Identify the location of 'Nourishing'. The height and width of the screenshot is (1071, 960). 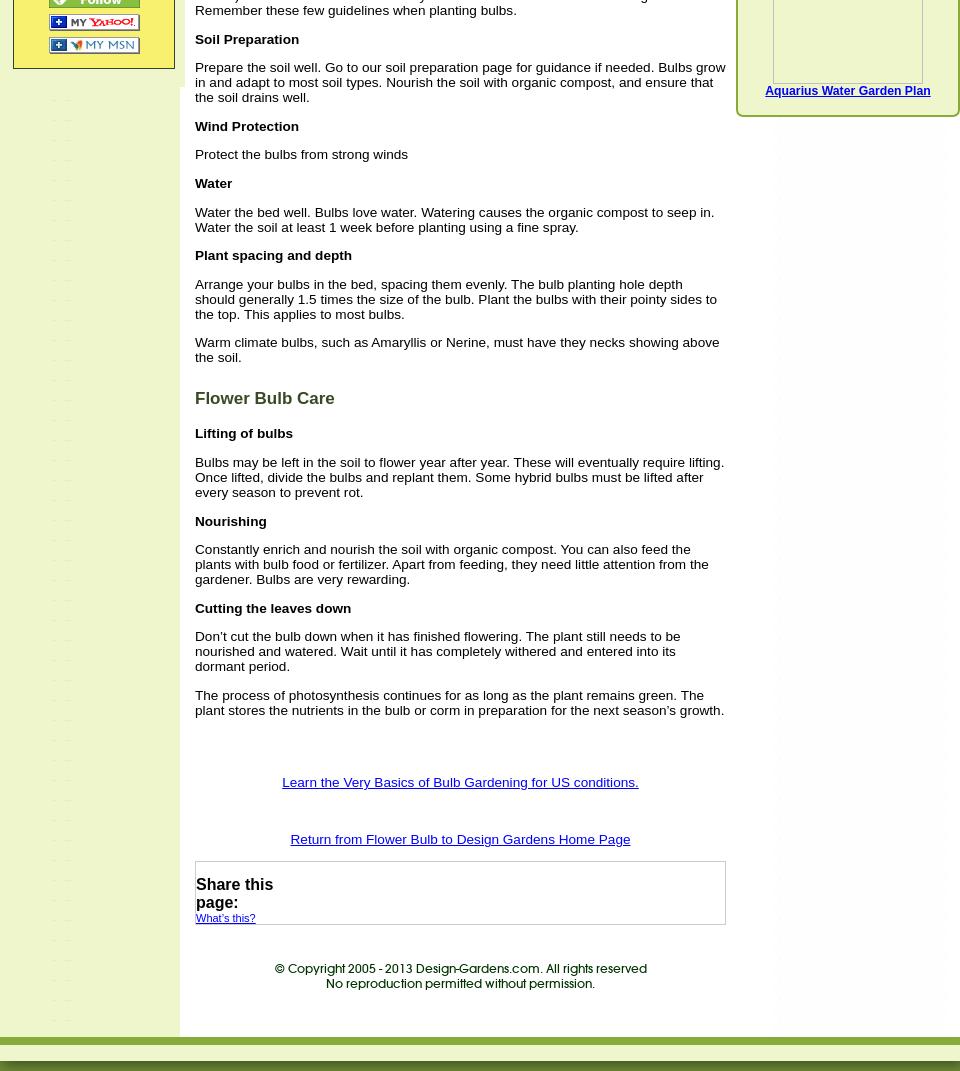
(194, 519).